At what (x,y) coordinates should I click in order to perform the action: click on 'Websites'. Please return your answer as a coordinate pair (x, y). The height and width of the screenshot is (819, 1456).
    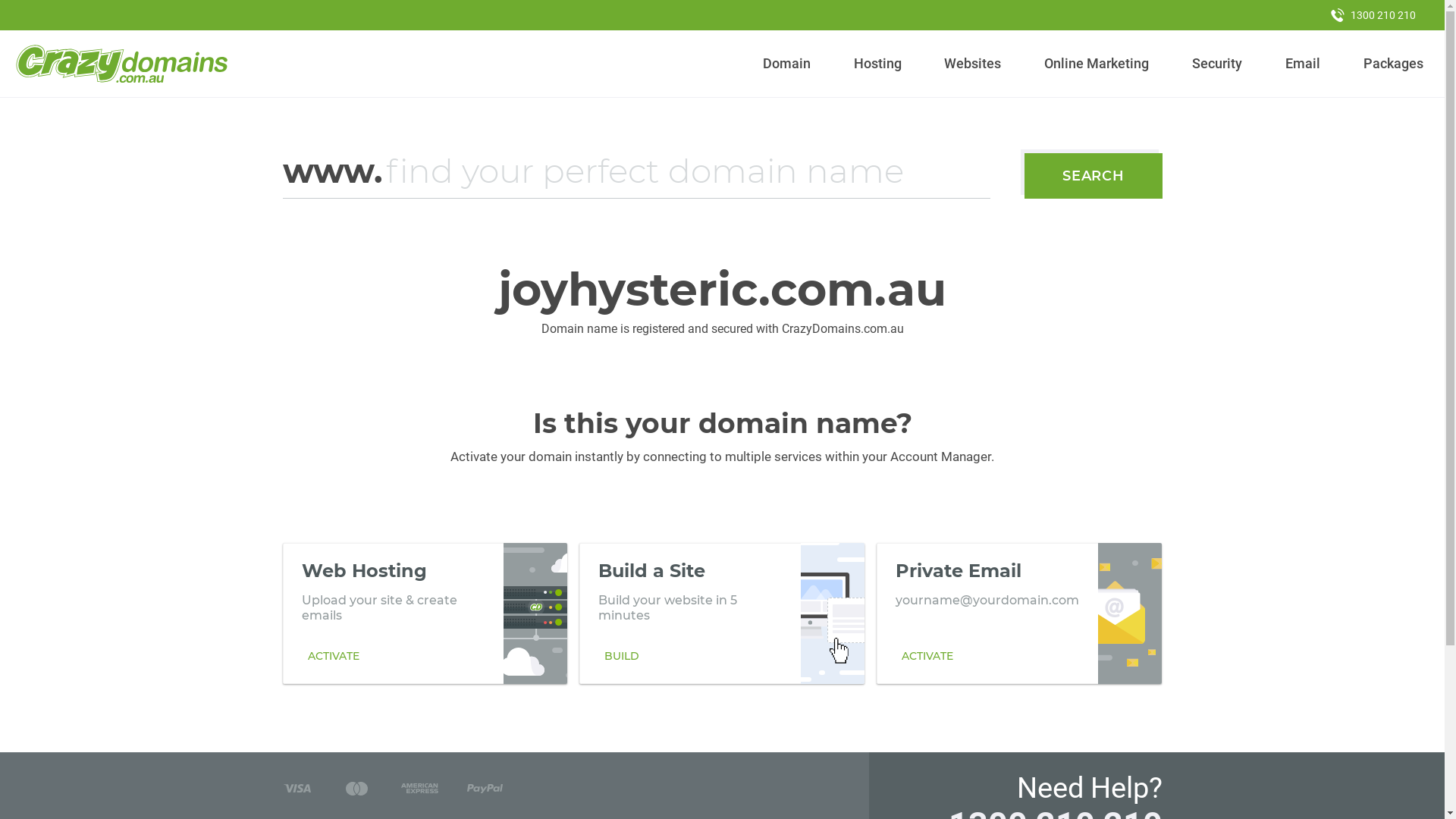
    Looking at the image, I should click on (937, 63).